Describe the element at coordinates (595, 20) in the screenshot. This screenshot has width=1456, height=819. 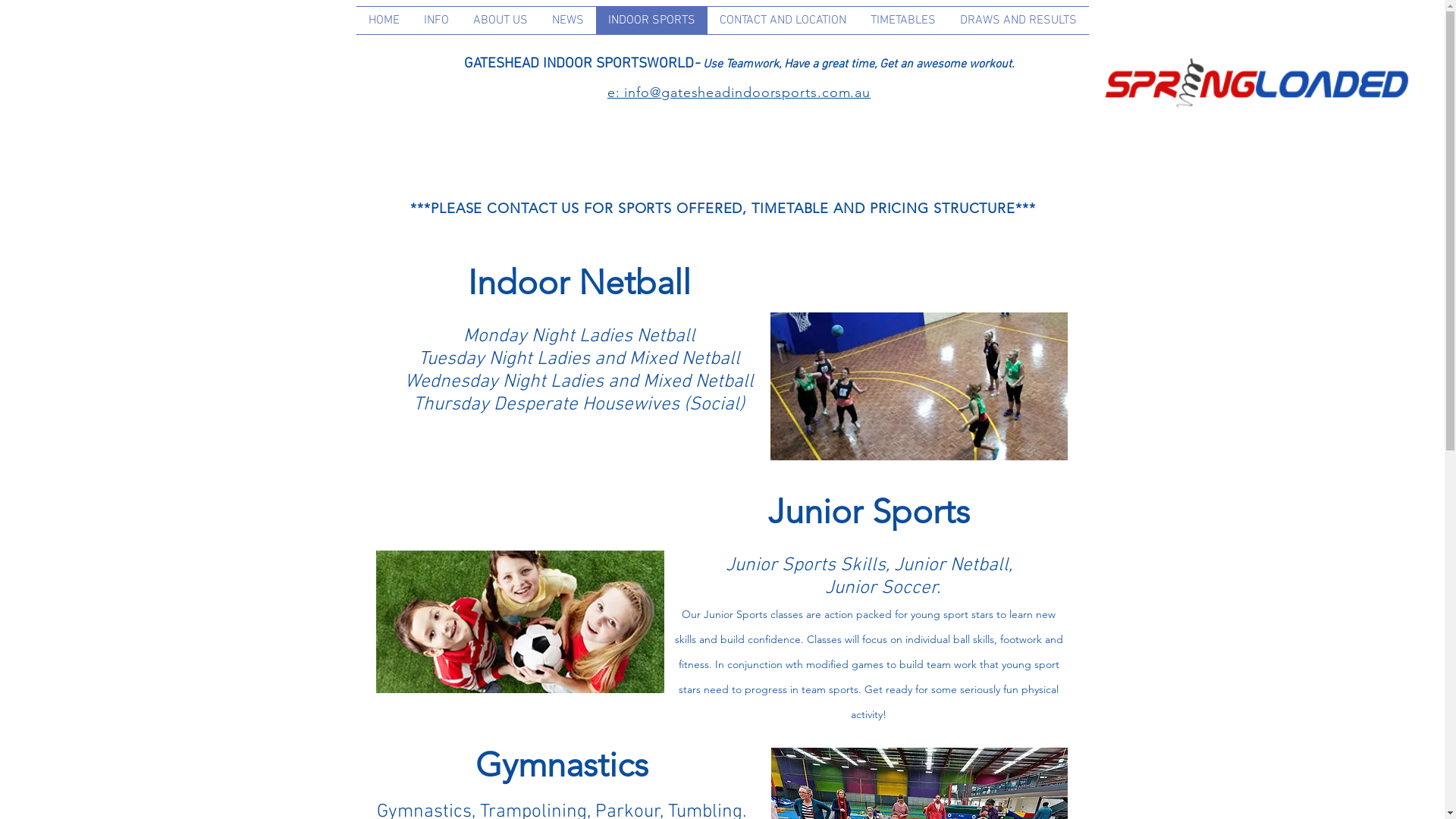
I see `'INDOOR SPORTS'` at that location.